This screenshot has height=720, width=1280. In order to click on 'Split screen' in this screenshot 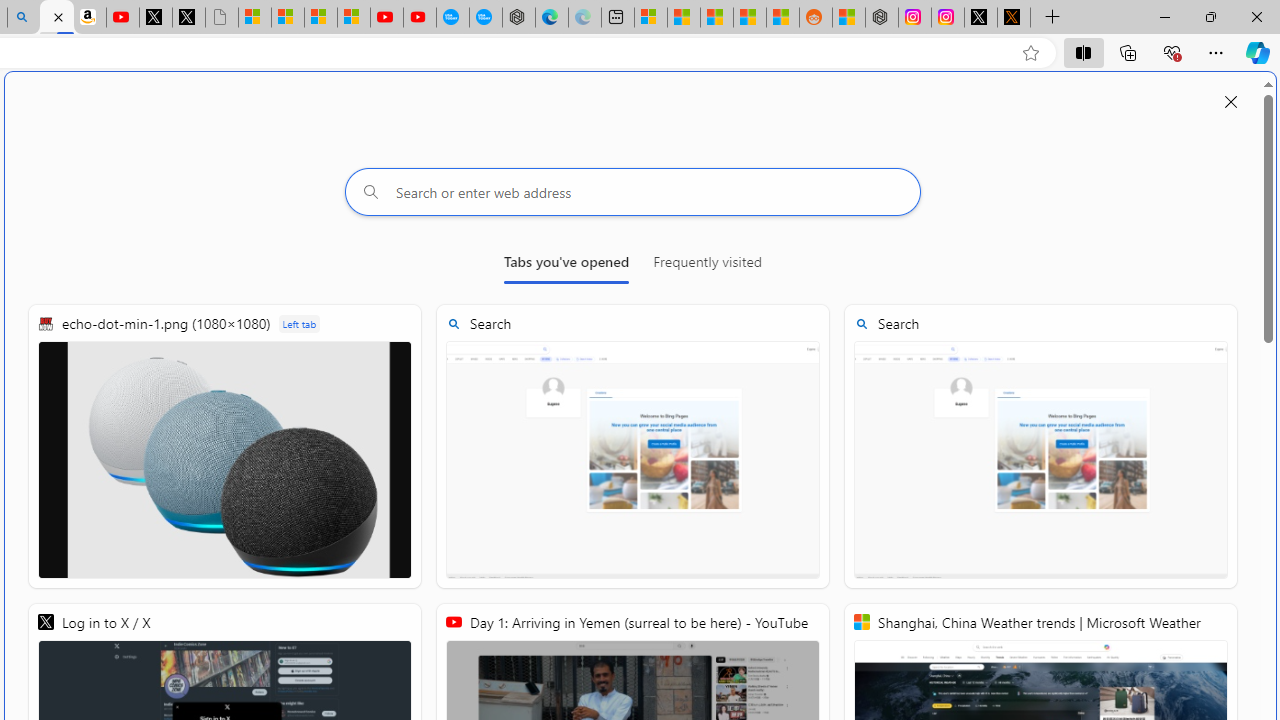, I will do `click(1082, 51)`.